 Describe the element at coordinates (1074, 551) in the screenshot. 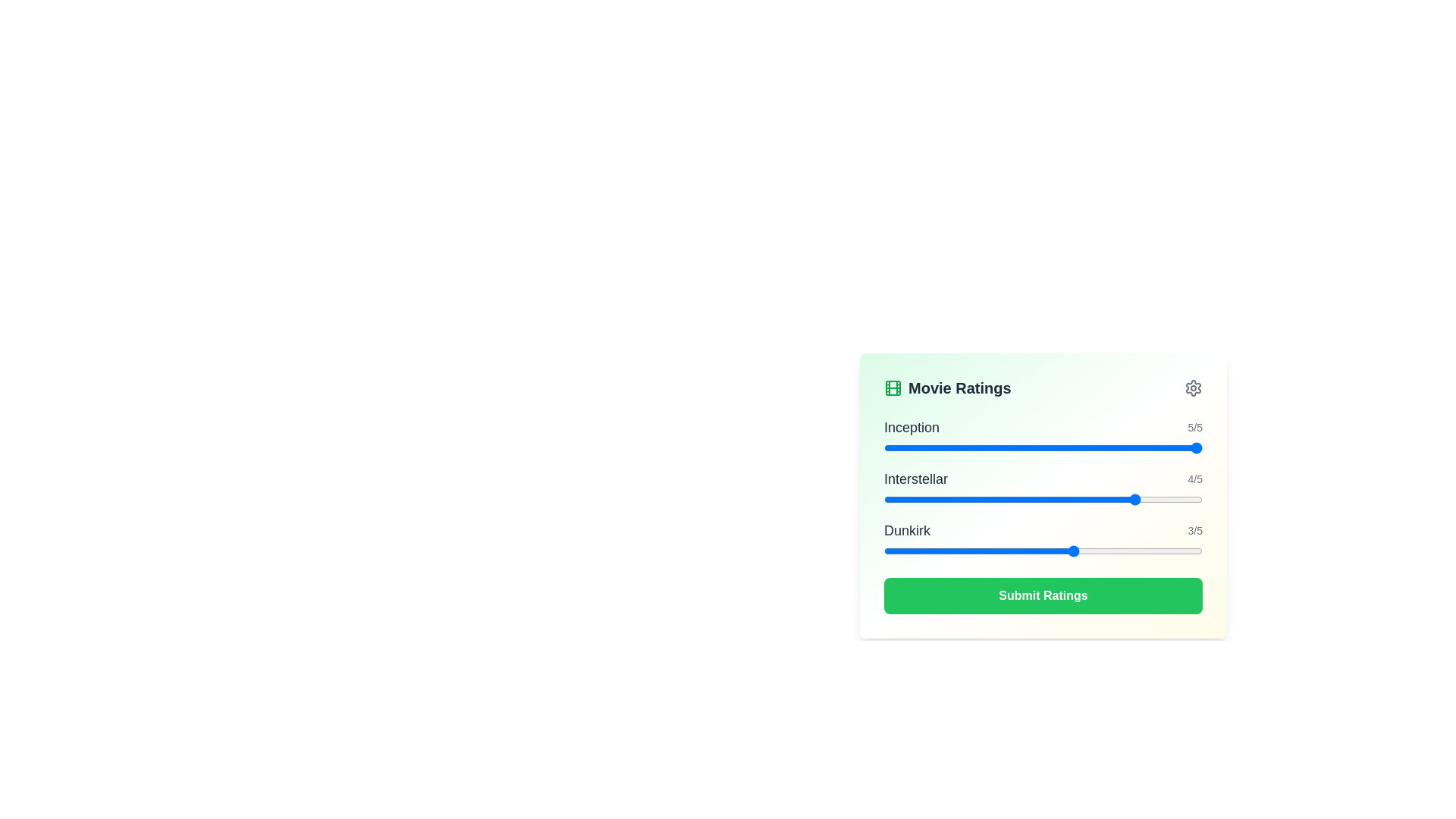

I see `the Dunkirk movie rating` at that location.